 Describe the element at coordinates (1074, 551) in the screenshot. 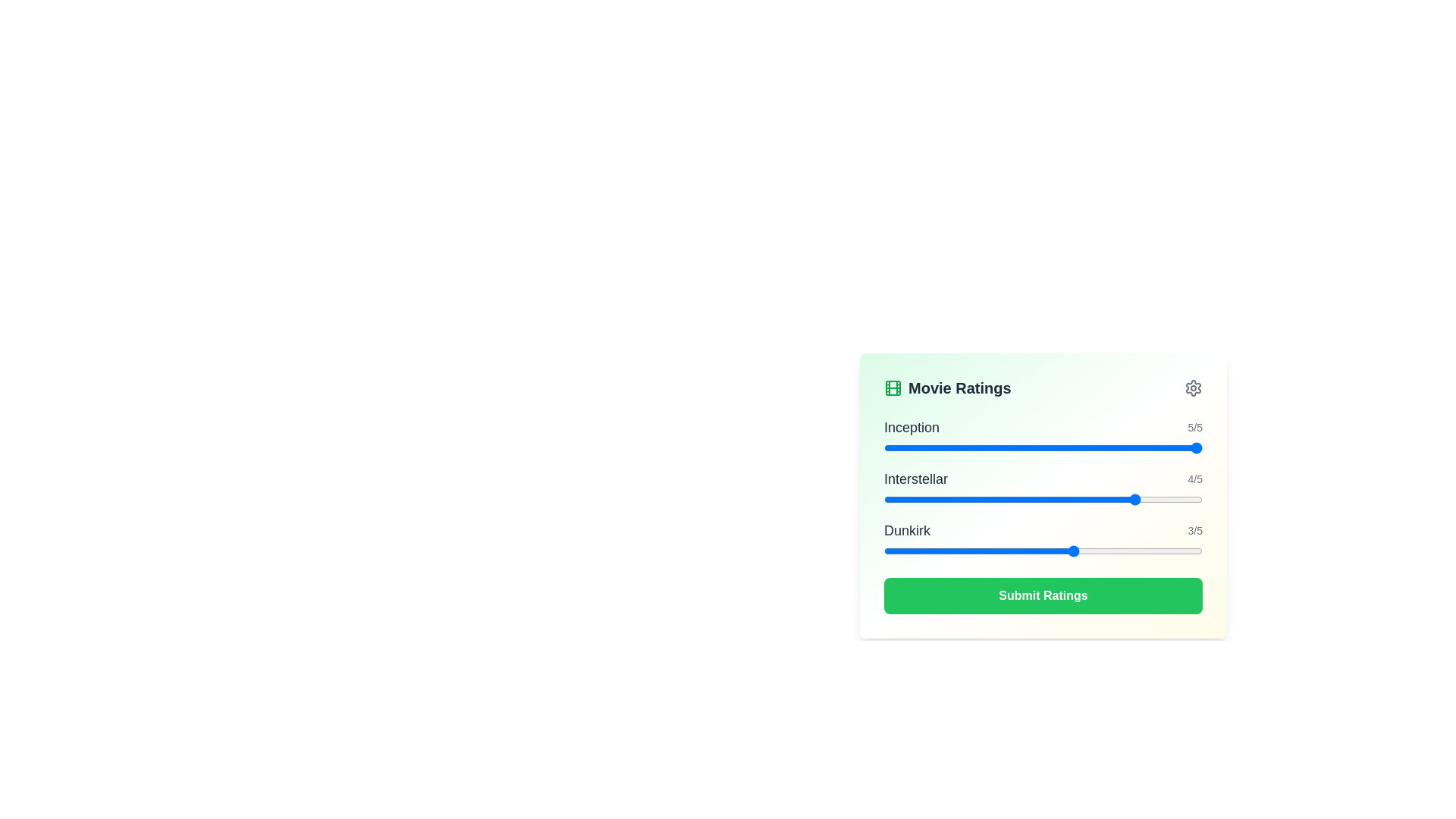

I see `the Dunkirk movie rating` at that location.